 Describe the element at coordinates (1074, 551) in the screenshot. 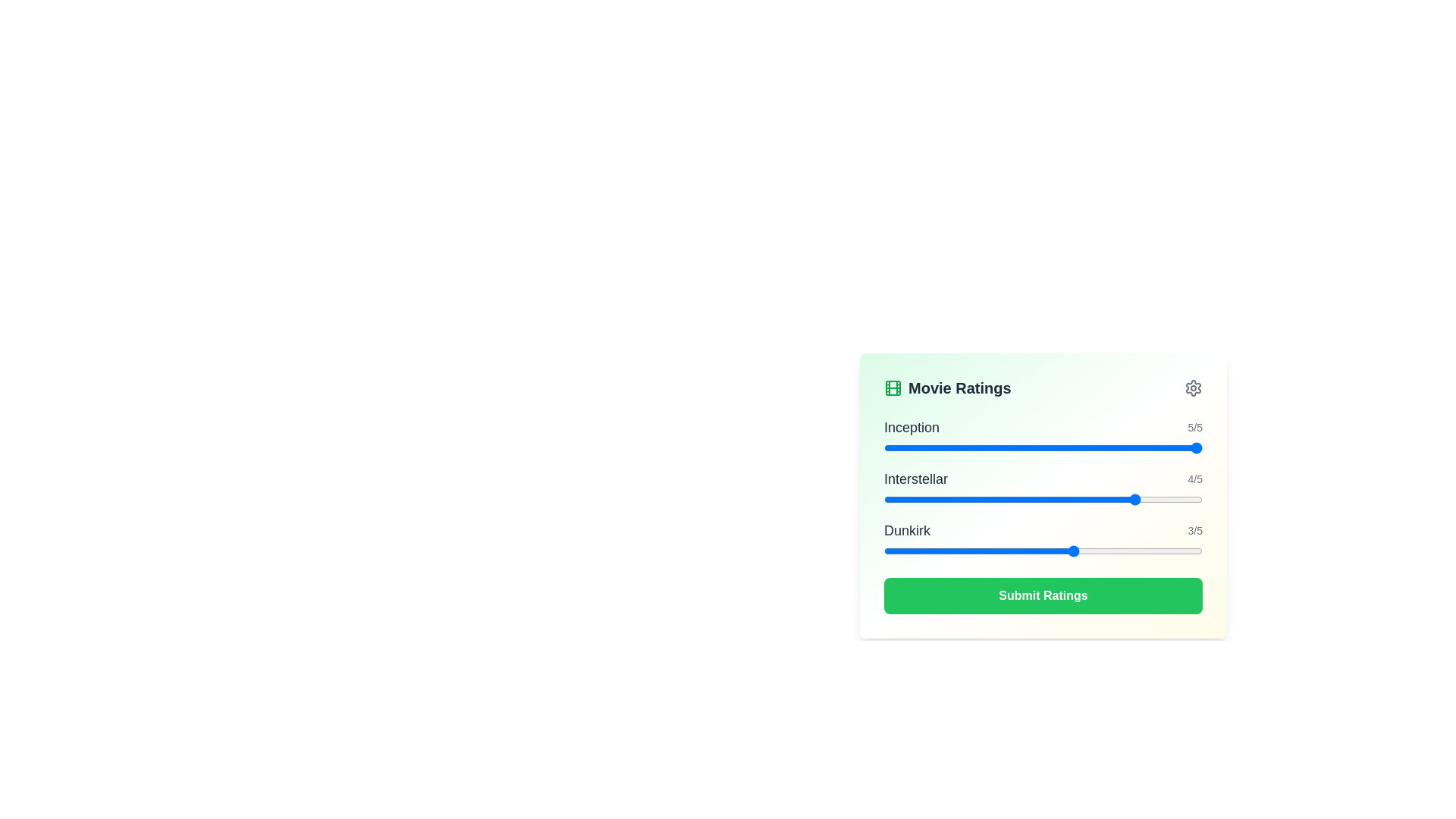

I see `the Dunkirk movie rating` at that location.